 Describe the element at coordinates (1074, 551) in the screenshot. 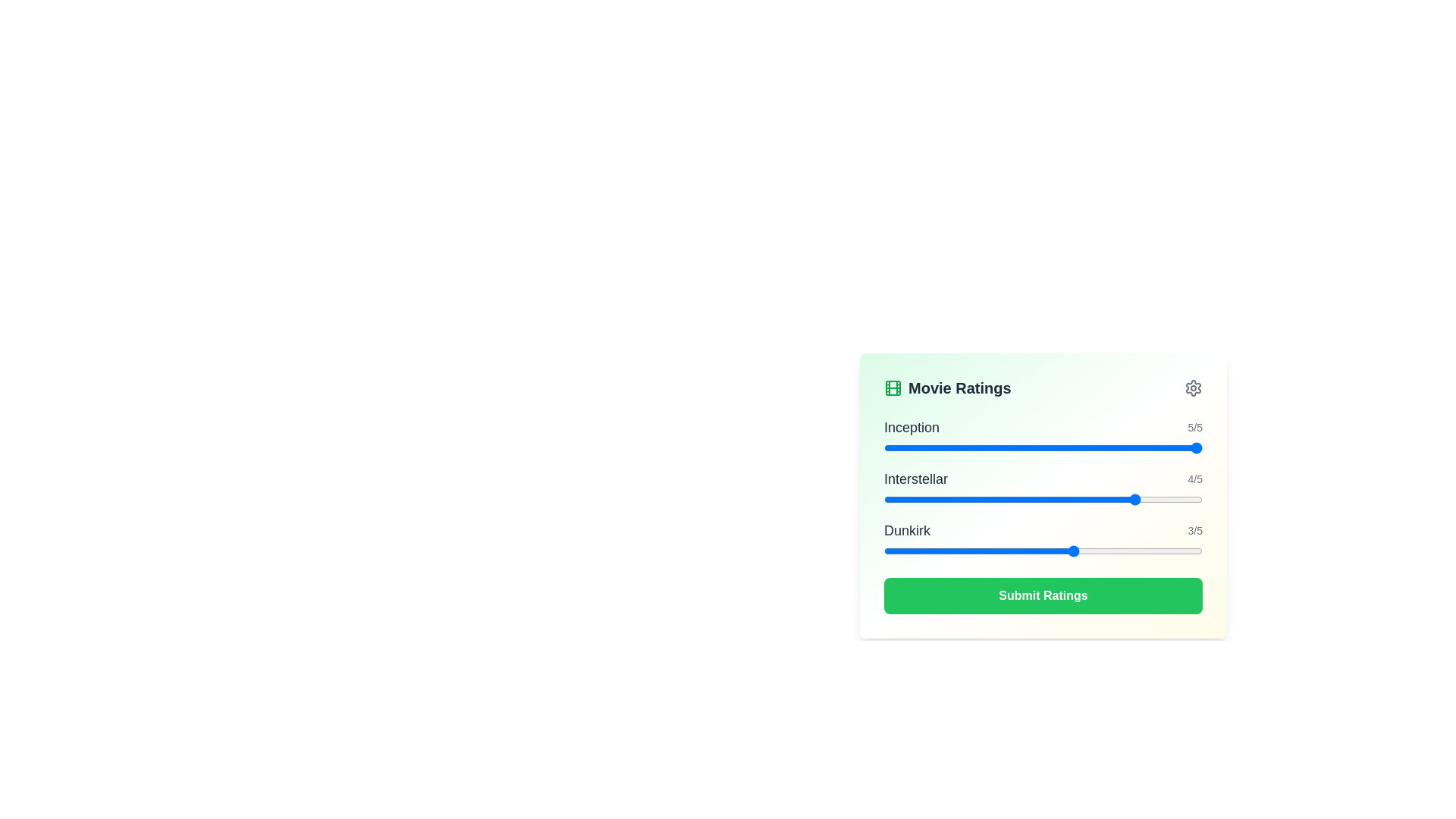

I see `the Dunkirk movie rating` at that location.